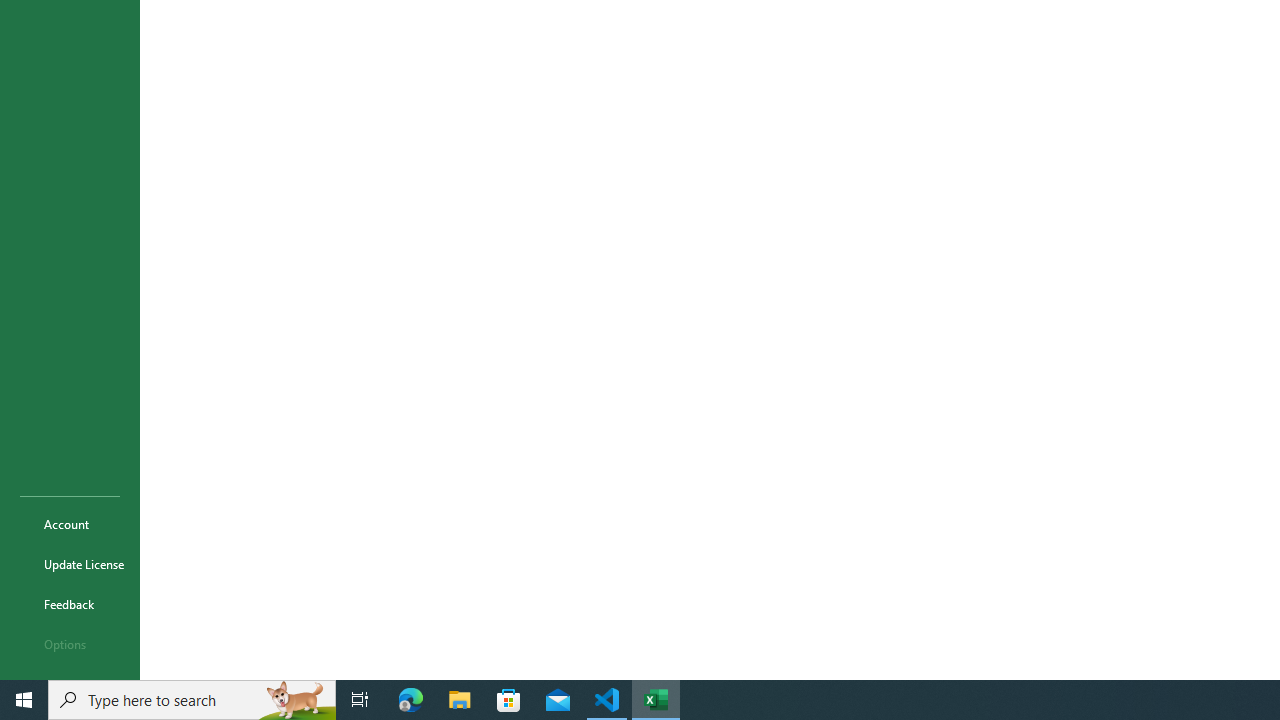 The image size is (1280, 720). Describe the element at coordinates (606, 698) in the screenshot. I see `'Visual Studio Code - 1 running window'` at that location.